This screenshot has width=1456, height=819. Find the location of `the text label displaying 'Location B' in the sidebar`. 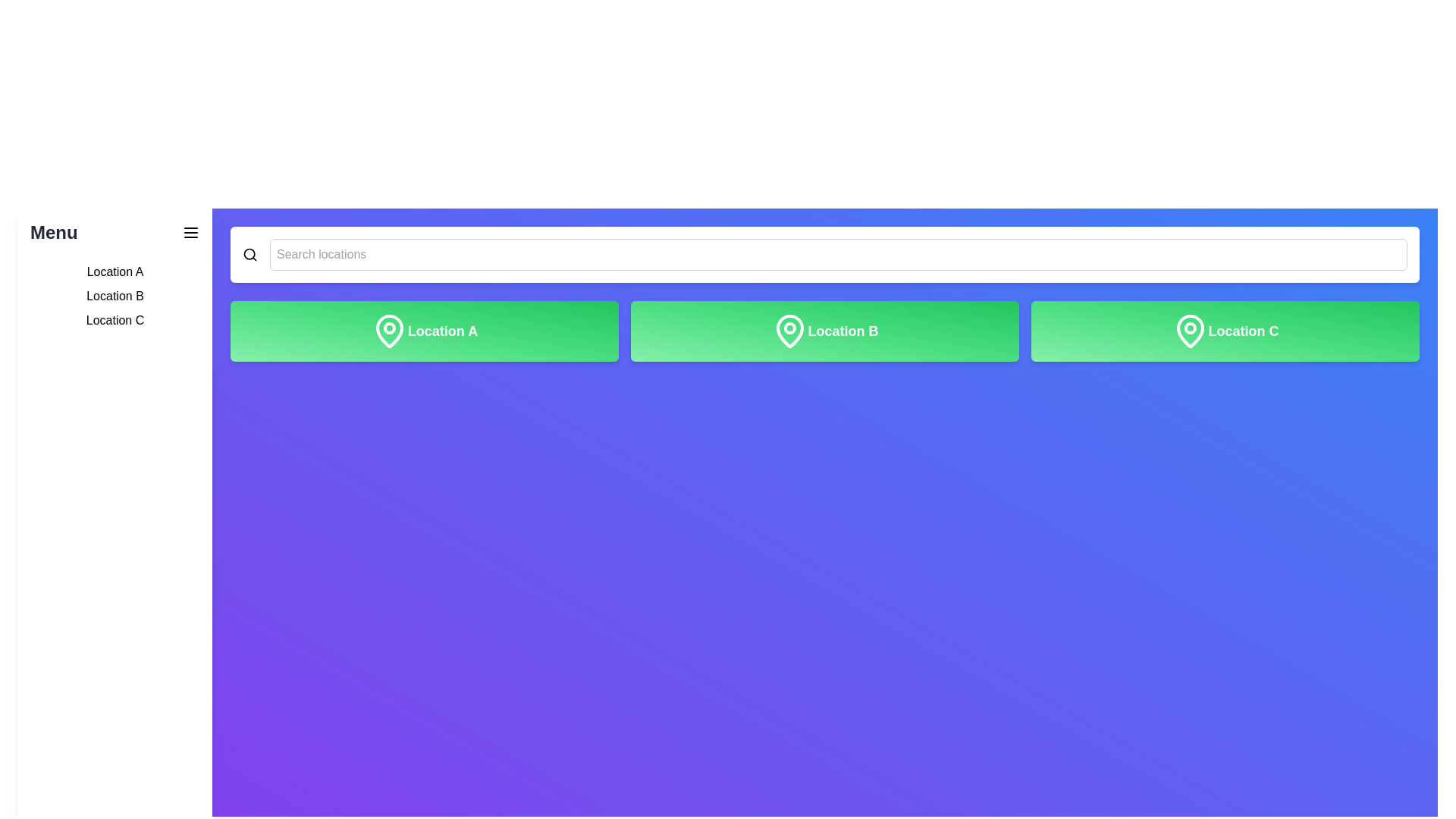

the text label displaying 'Location B' in the sidebar is located at coordinates (115, 296).